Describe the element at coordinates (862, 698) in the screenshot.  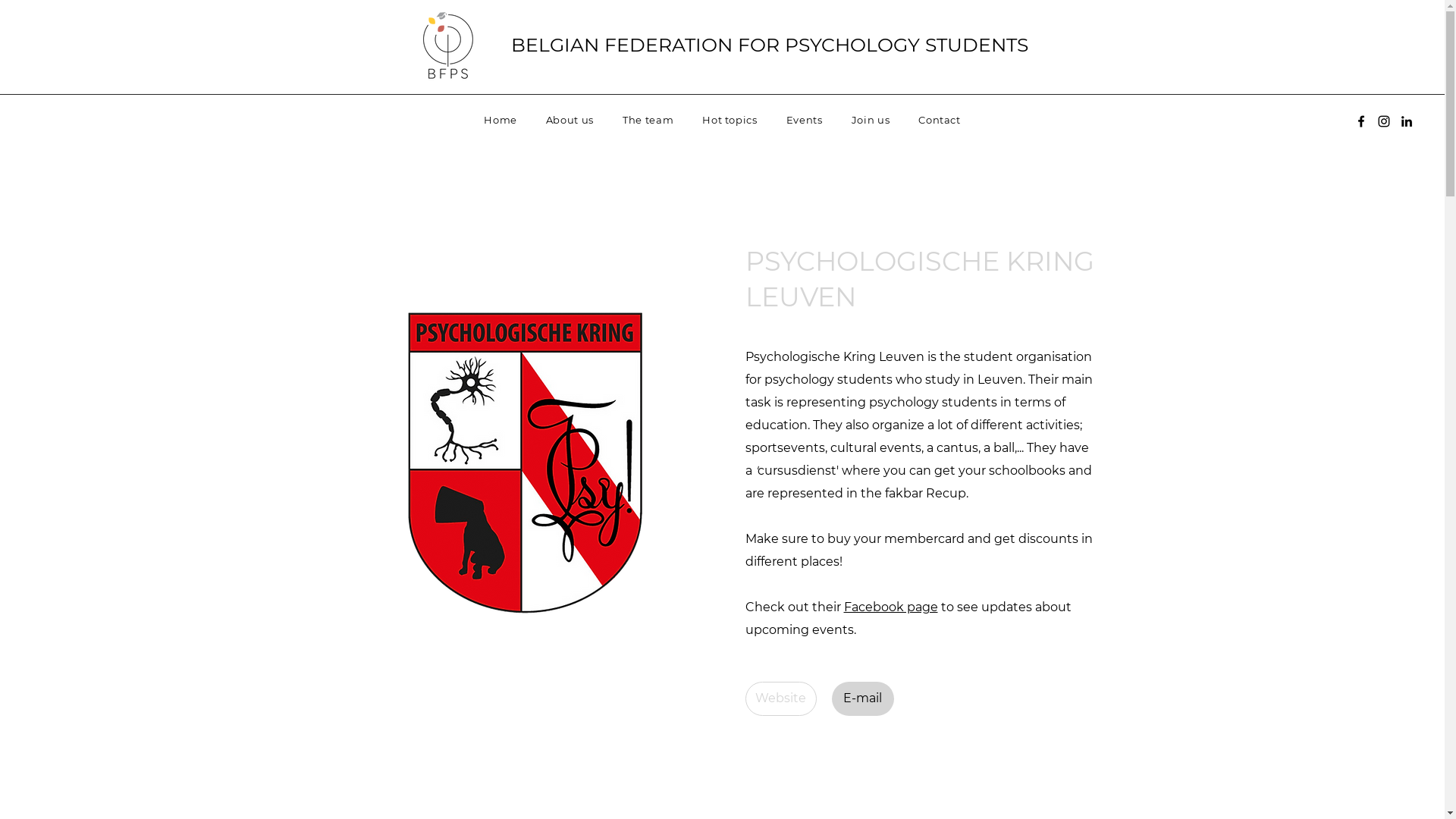
I see `'E-mail'` at that location.